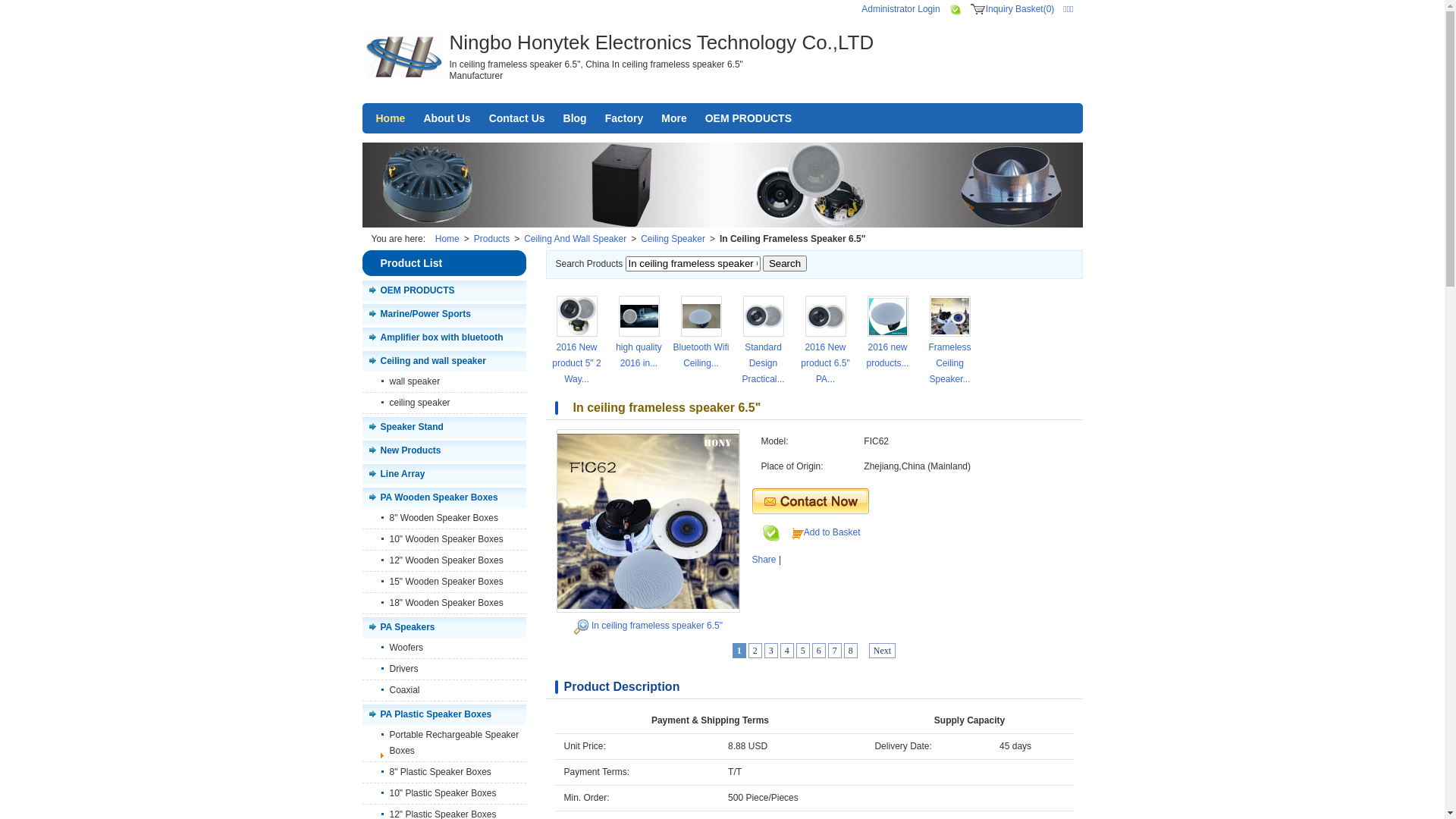  Describe the element at coordinates (443, 602) in the screenshot. I see `'18" Wooden Speaker Boxes'` at that location.